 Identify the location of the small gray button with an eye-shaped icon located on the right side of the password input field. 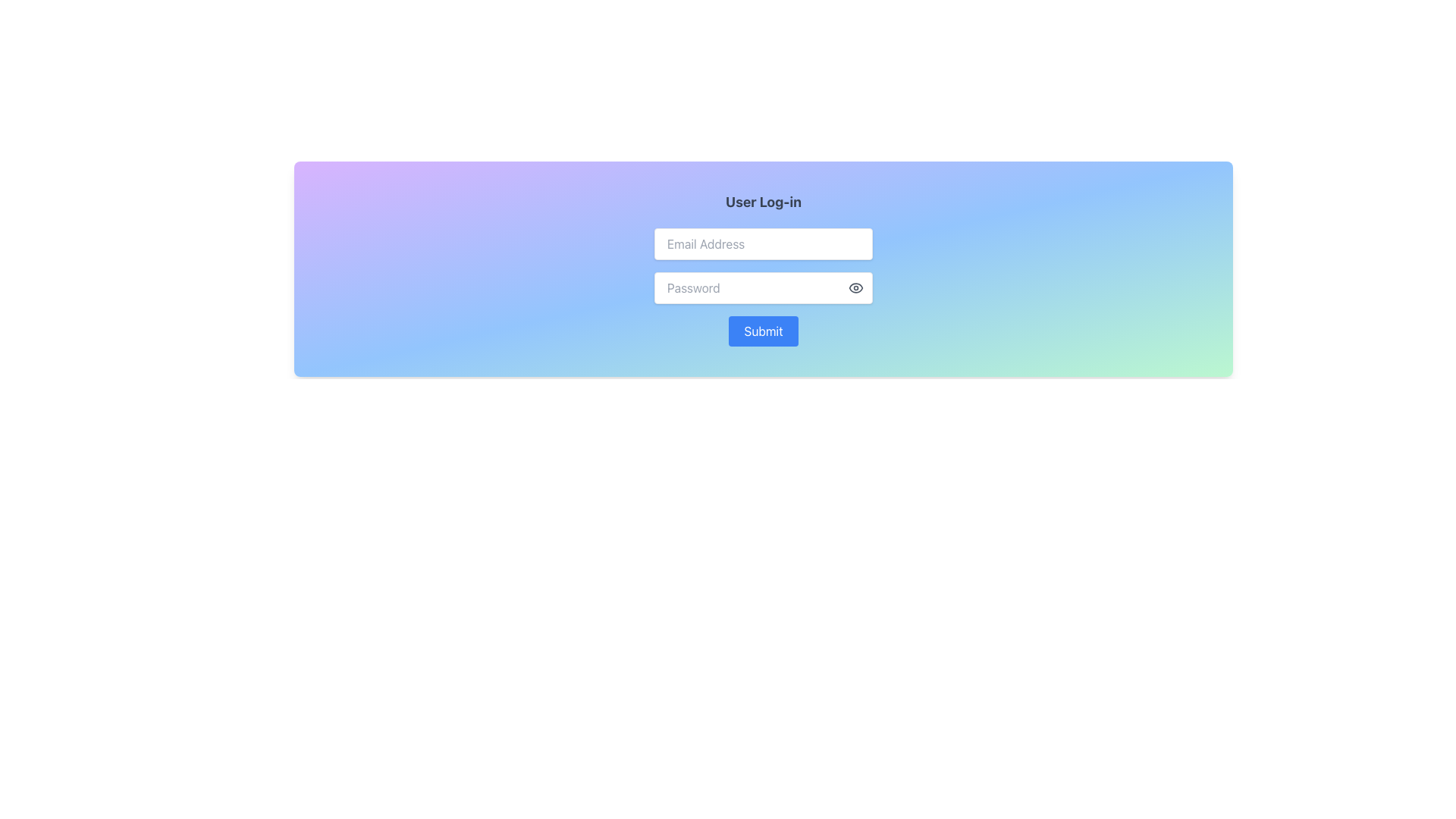
(855, 288).